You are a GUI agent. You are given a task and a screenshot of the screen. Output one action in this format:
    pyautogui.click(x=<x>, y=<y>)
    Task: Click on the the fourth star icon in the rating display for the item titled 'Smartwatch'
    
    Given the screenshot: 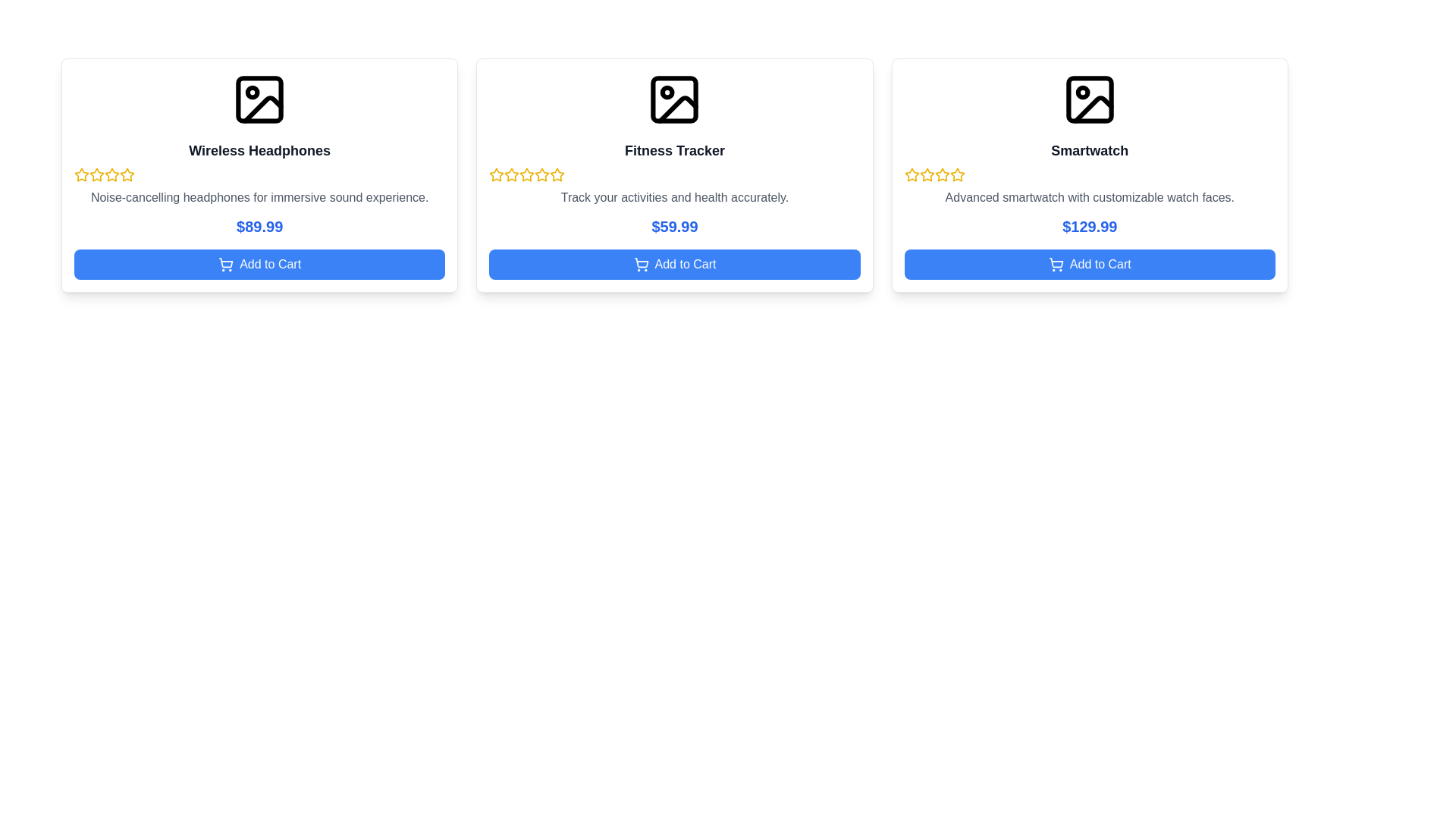 What is the action you would take?
    pyautogui.click(x=956, y=174)
    